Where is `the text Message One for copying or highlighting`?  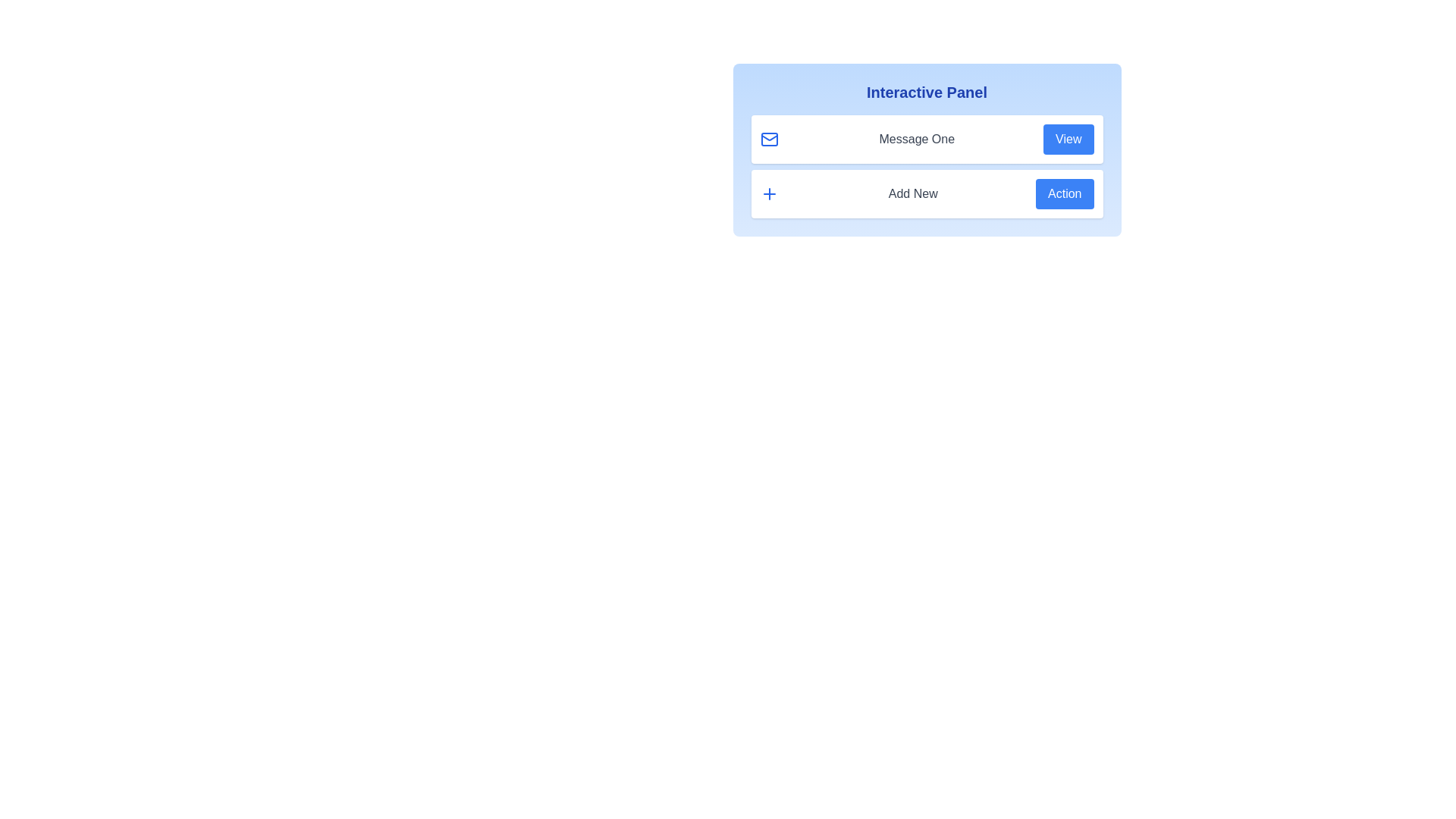
the text Message One for copying or highlighting is located at coordinates (916, 140).